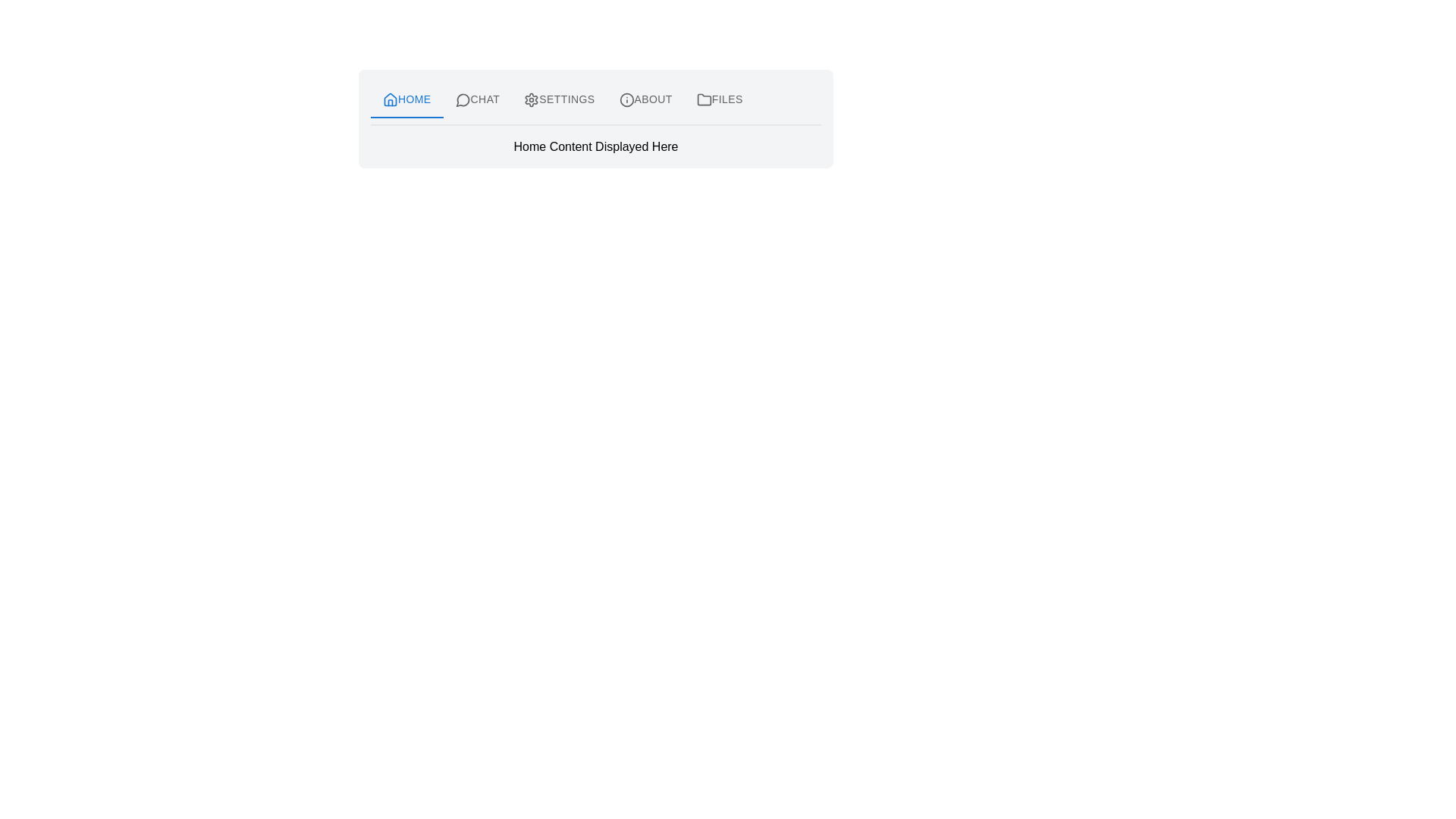 Image resolution: width=1456 pixels, height=819 pixels. What do you see at coordinates (703, 99) in the screenshot?
I see `the 'FILES' icon in the top navigation bar, which serves as a visual representation for the 'FILES' section` at bounding box center [703, 99].